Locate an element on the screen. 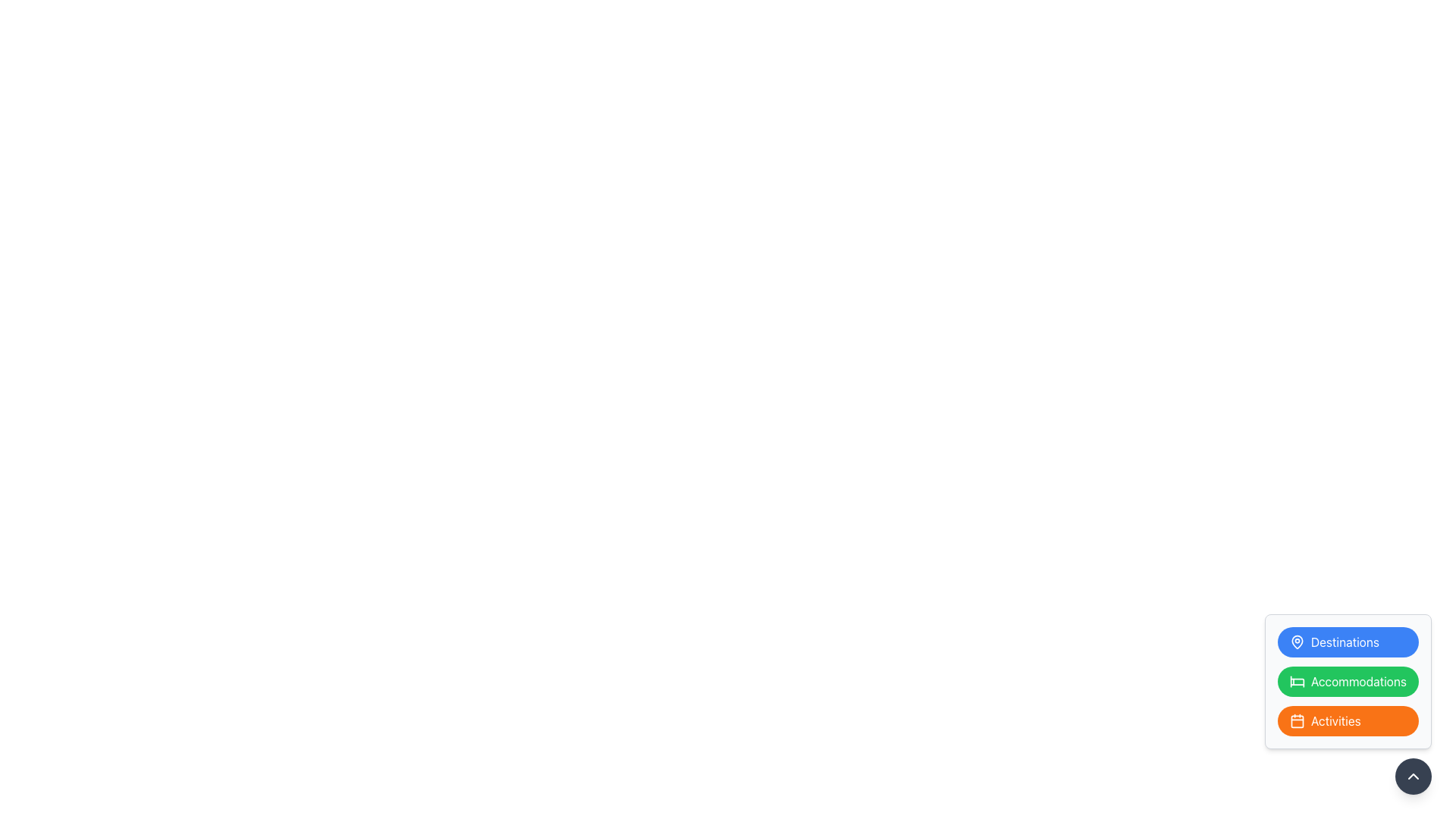 This screenshot has height=819, width=1456. the second button in the vertical arrangement at the bottom right corner of the interface is located at coordinates (1348, 680).